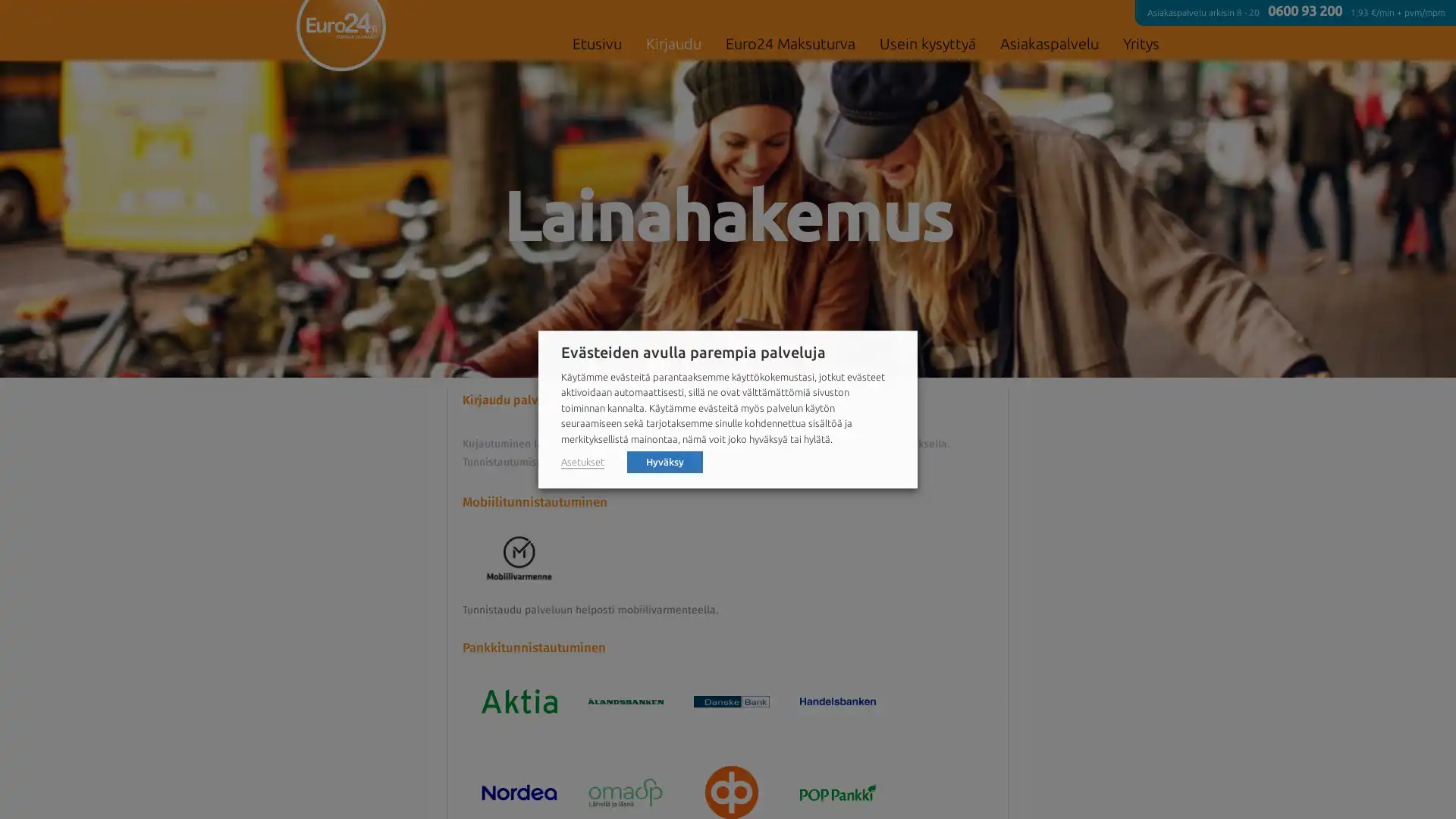 The width and height of the screenshot is (1456, 819). Describe the element at coordinates (665, 460) in the screenshot. I see `Hyvaksy` at that location.